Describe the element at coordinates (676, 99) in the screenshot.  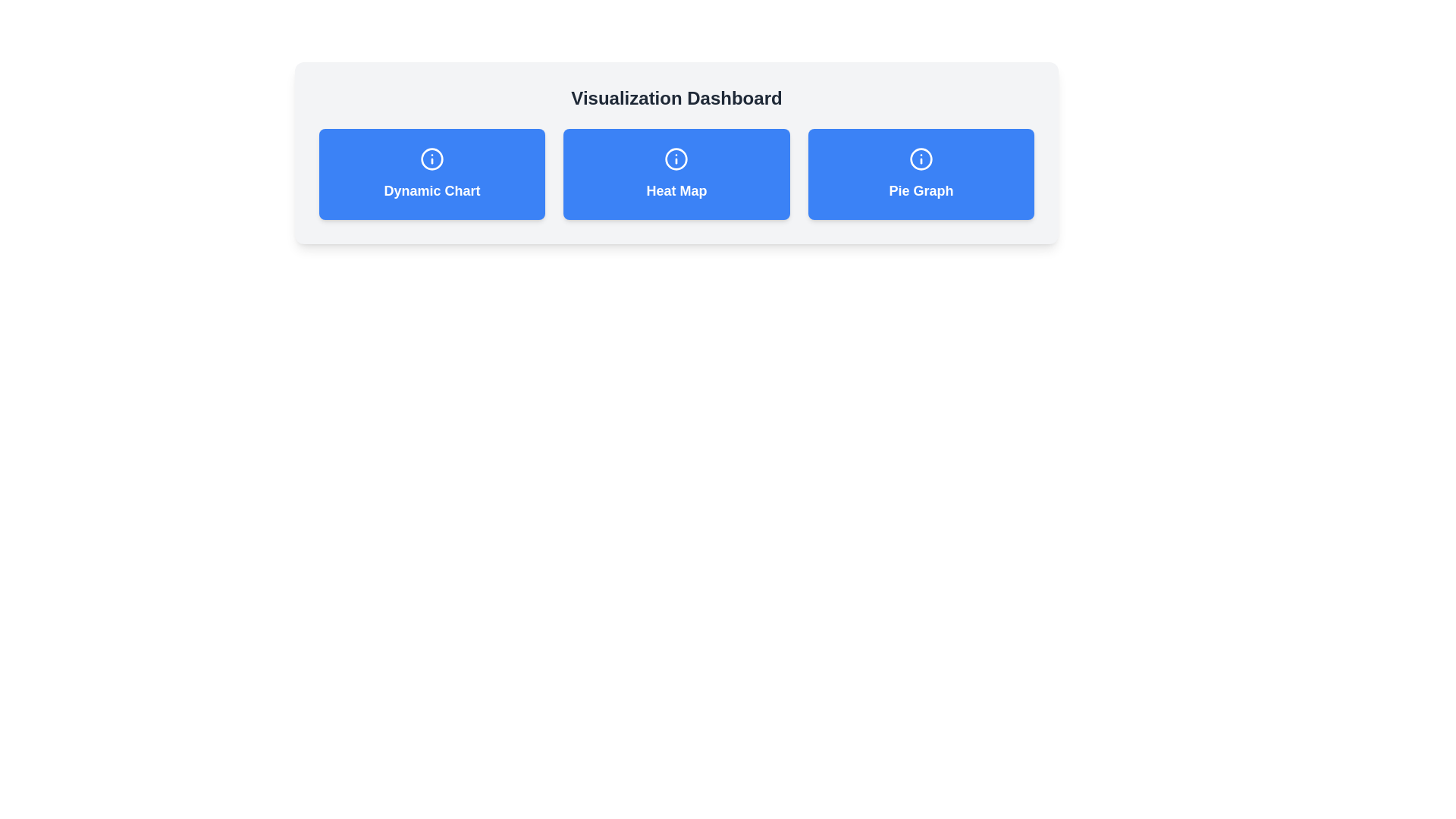
I see `the large, bold text label reading 'Visualization Dashboard' that is centered above the three blue buttons` at that location.